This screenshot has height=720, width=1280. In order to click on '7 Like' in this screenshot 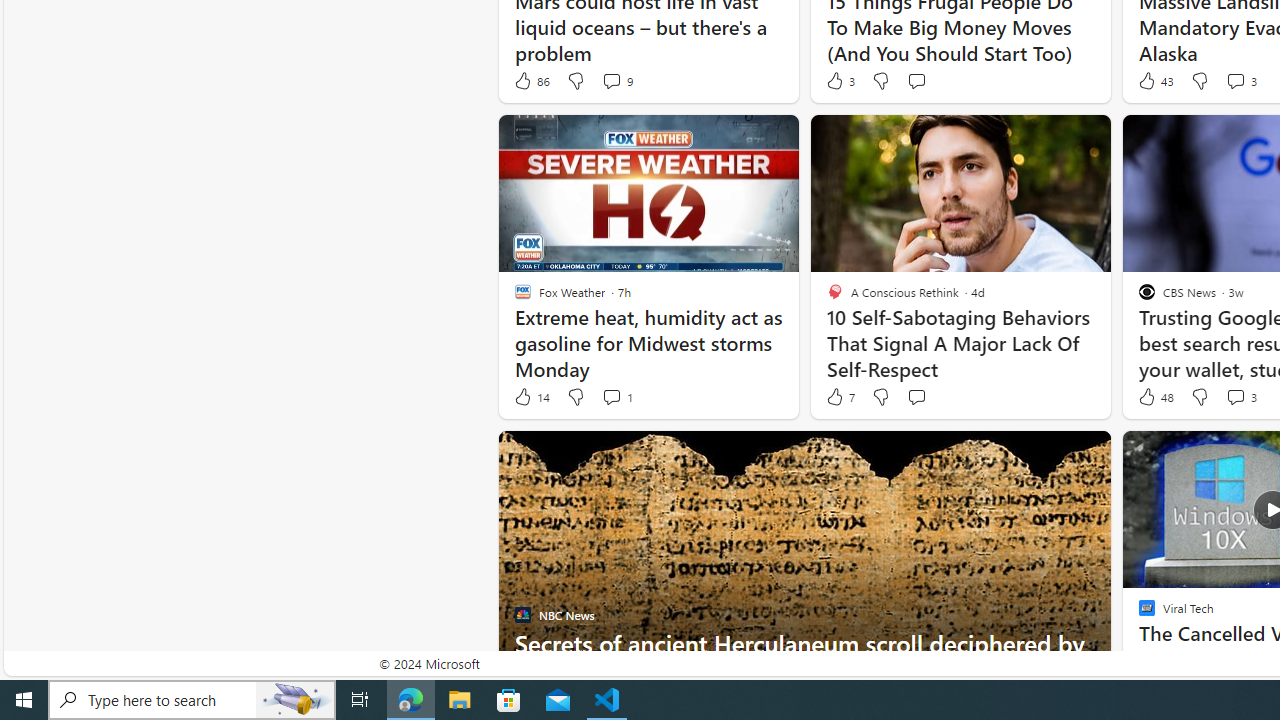, I will do `click(839, 397)`.